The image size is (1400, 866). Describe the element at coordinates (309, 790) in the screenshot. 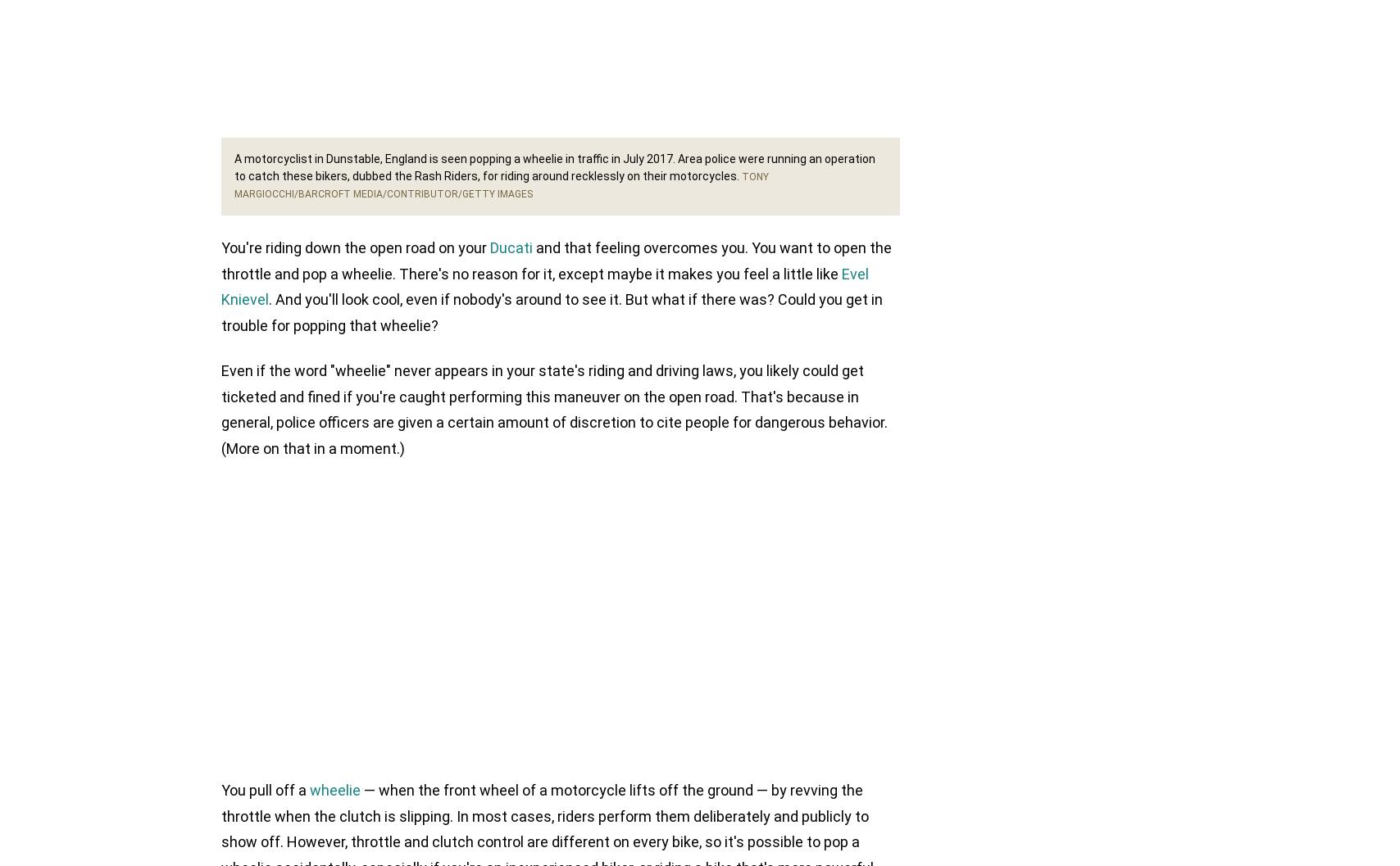

I see `'wheelie'` at that location.